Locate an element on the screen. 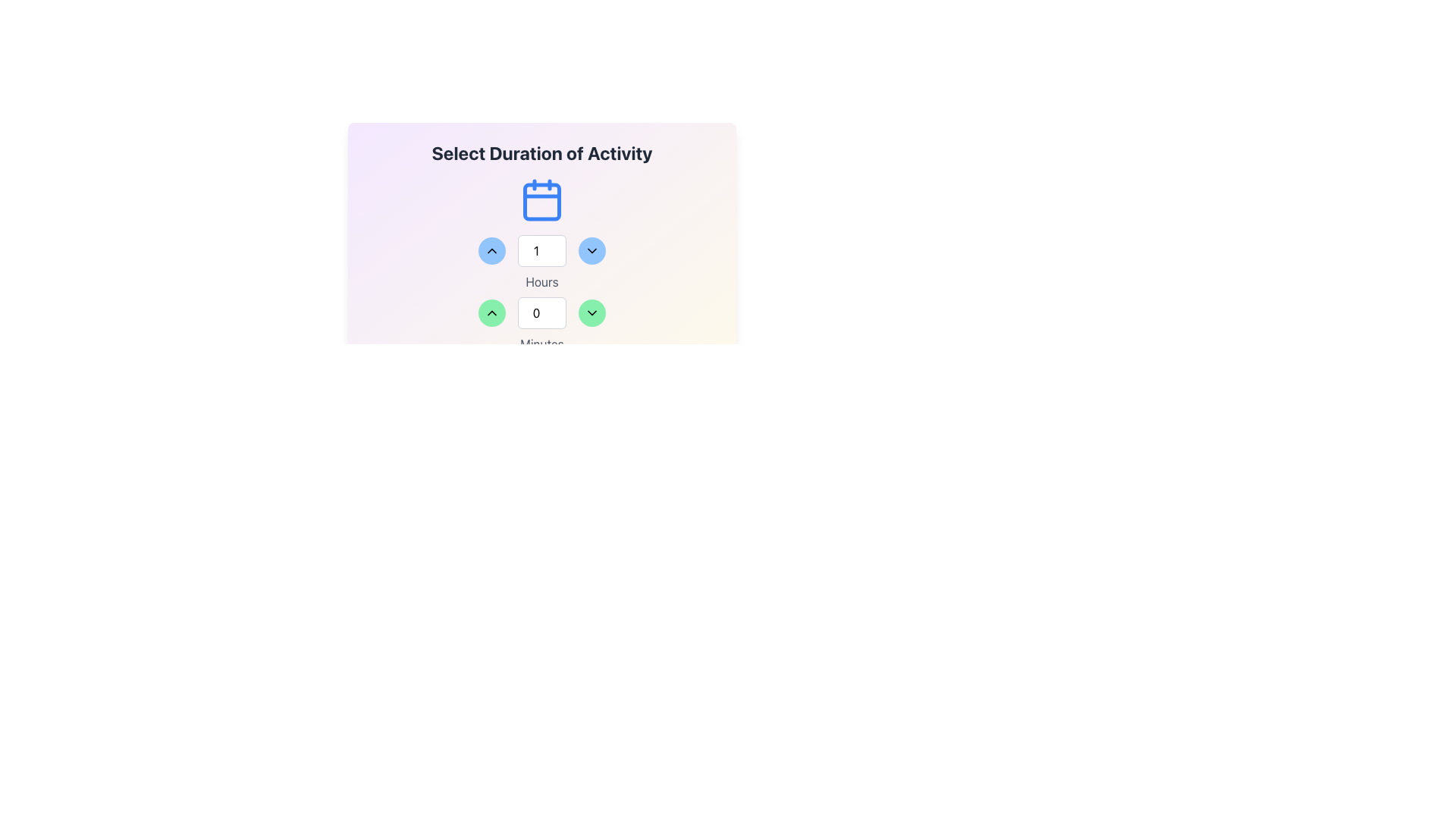  the icon embedded within the rounded green button to the right of the numeric field labeled 'Minutes' is located at coordinates (591, 312).